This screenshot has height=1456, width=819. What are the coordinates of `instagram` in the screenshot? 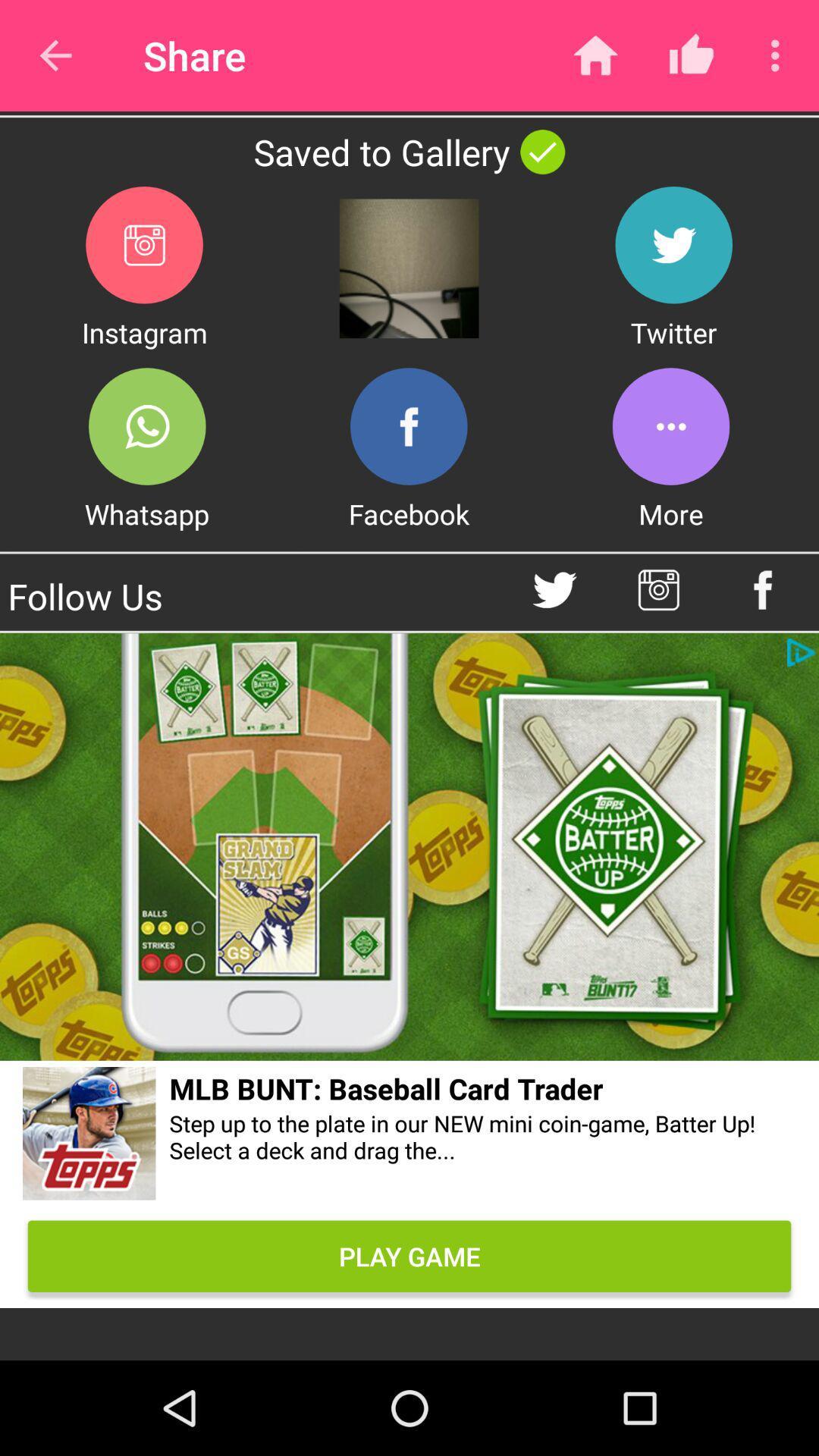 It's located at (657, 589).